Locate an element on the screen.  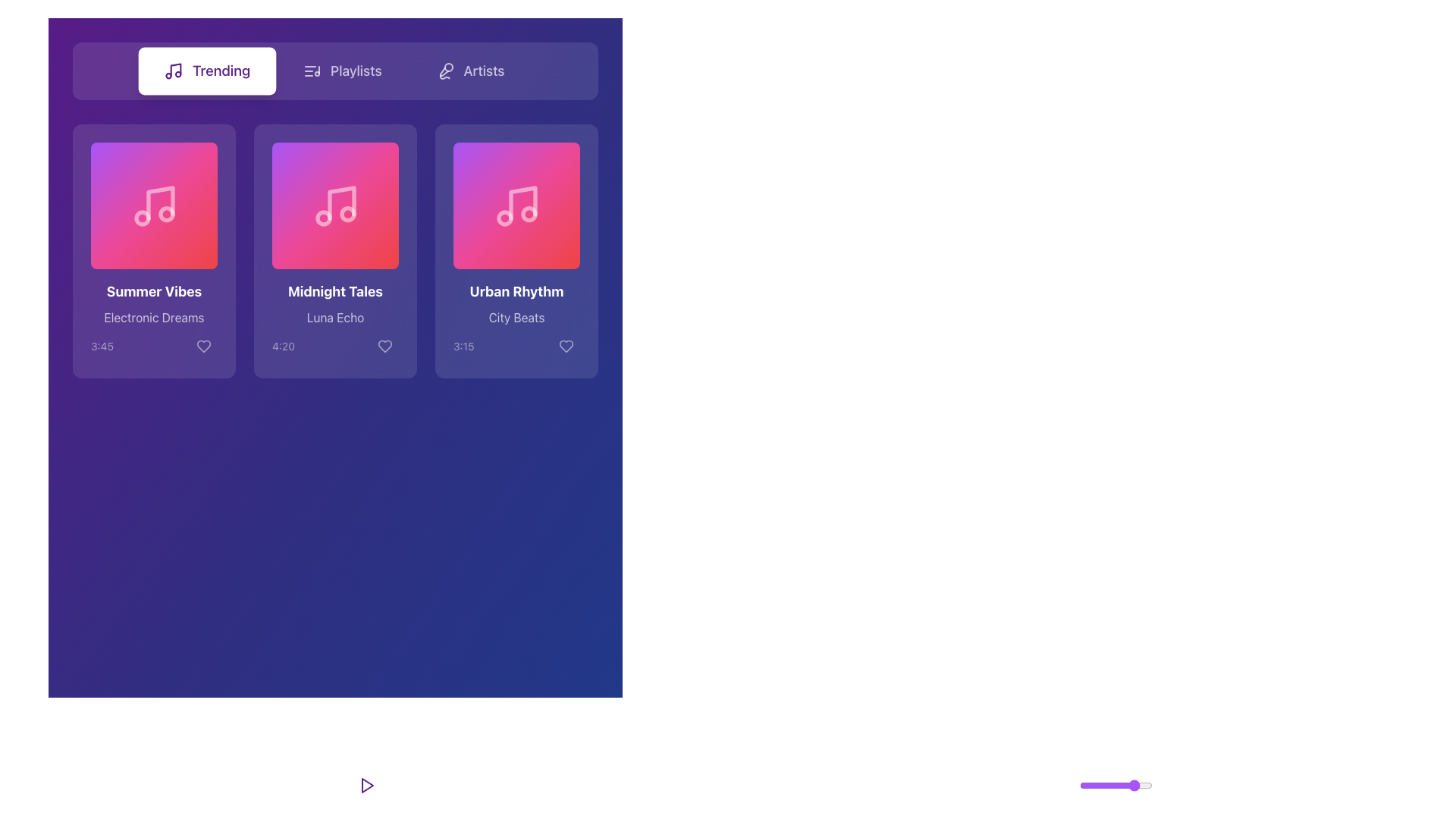
the text element displaying '4:20' located at the lower left corner of the 'Midnight Tales' card by artist 'Luna Echo' is located at coordinates (284, 346).